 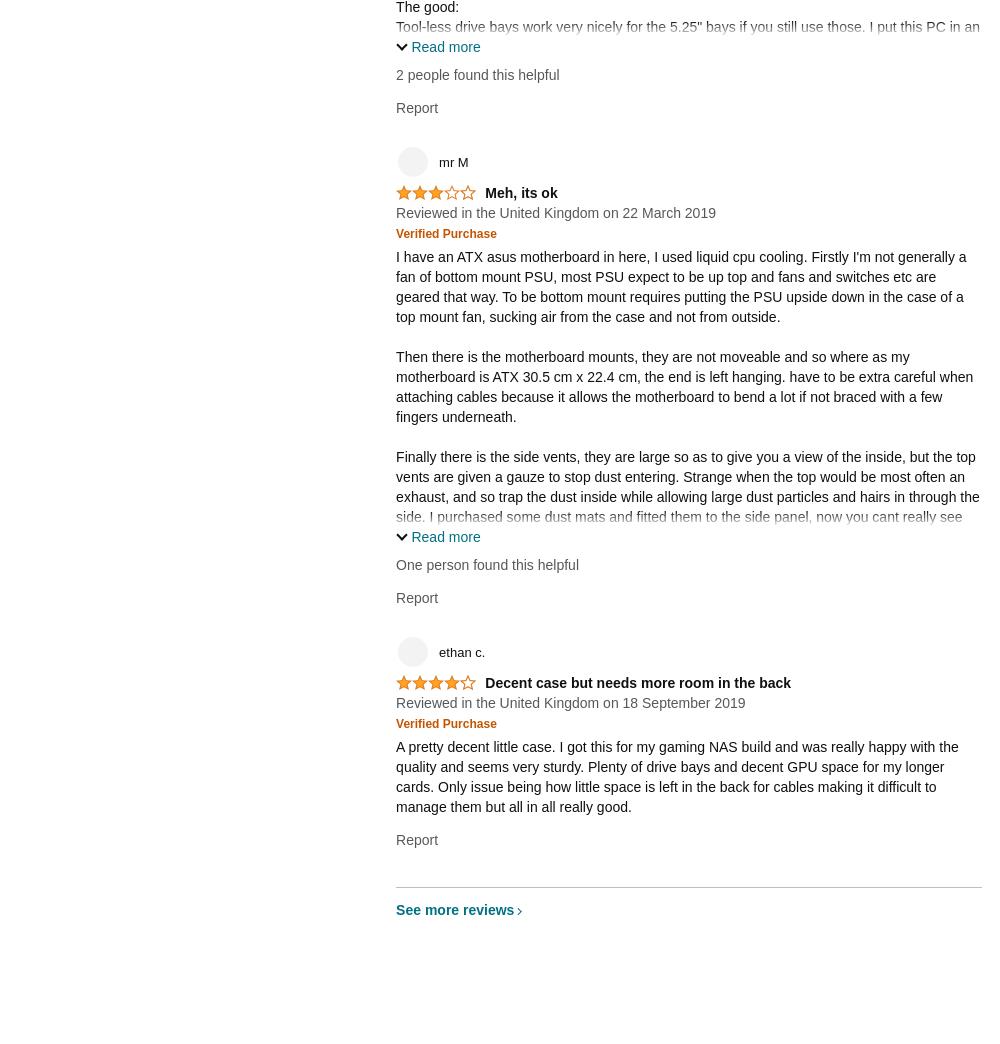 What do you see at coordinates (396, 154) in the screenshot?
I see `'Overall, I recommend this case if you have to have a place to put your ATX motherboard and you are on a budget. If you're gonna put a monster in the case, I suggest something with better airflow. Again, I got the red one with the side window by accident so the blue one with the fan mounts on the side panel is the one to get.'` at bounding box center [396, 154].